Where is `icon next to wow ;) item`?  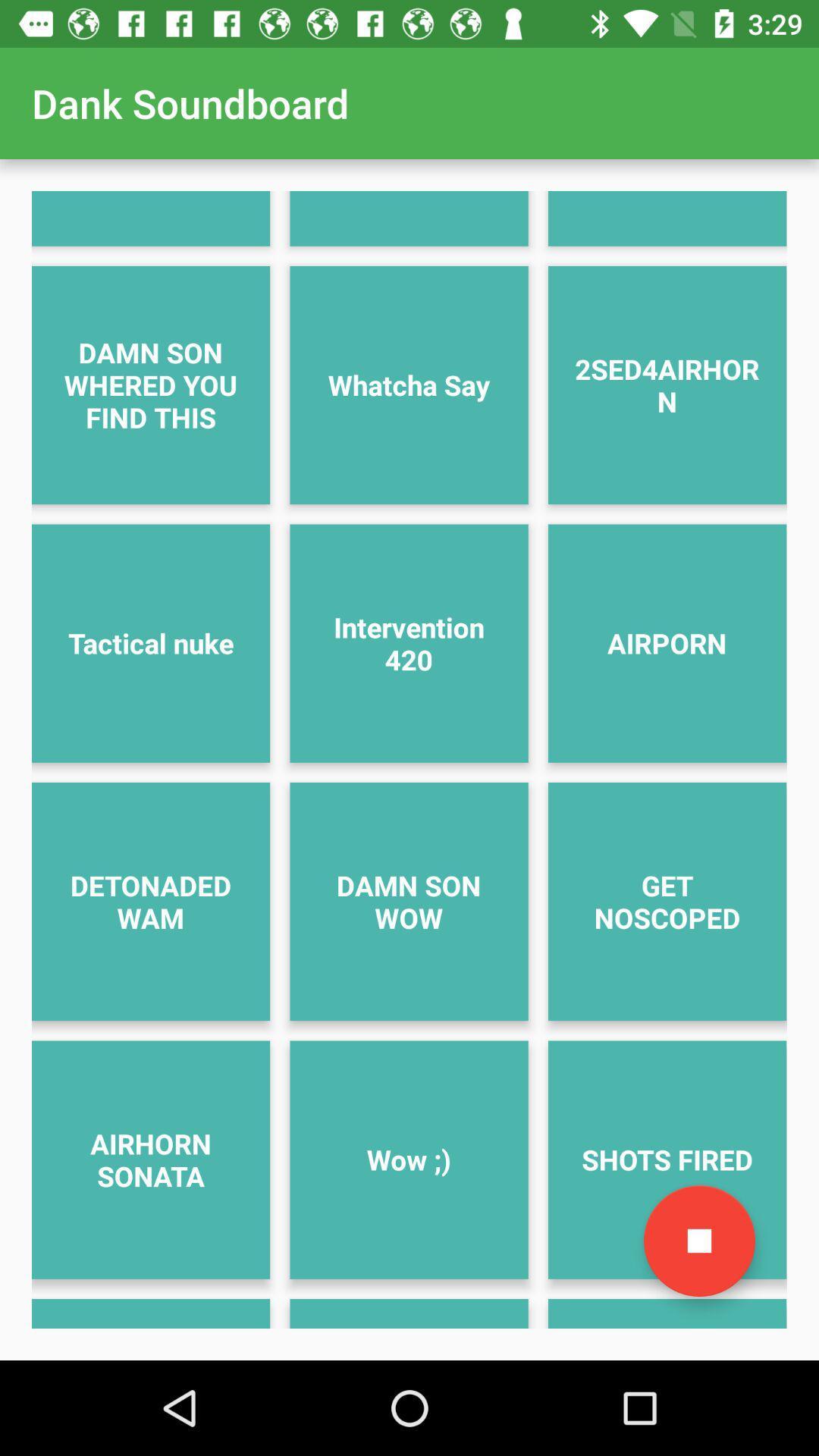 icon next to wow ;) item is located at coordinates (699, 1241).